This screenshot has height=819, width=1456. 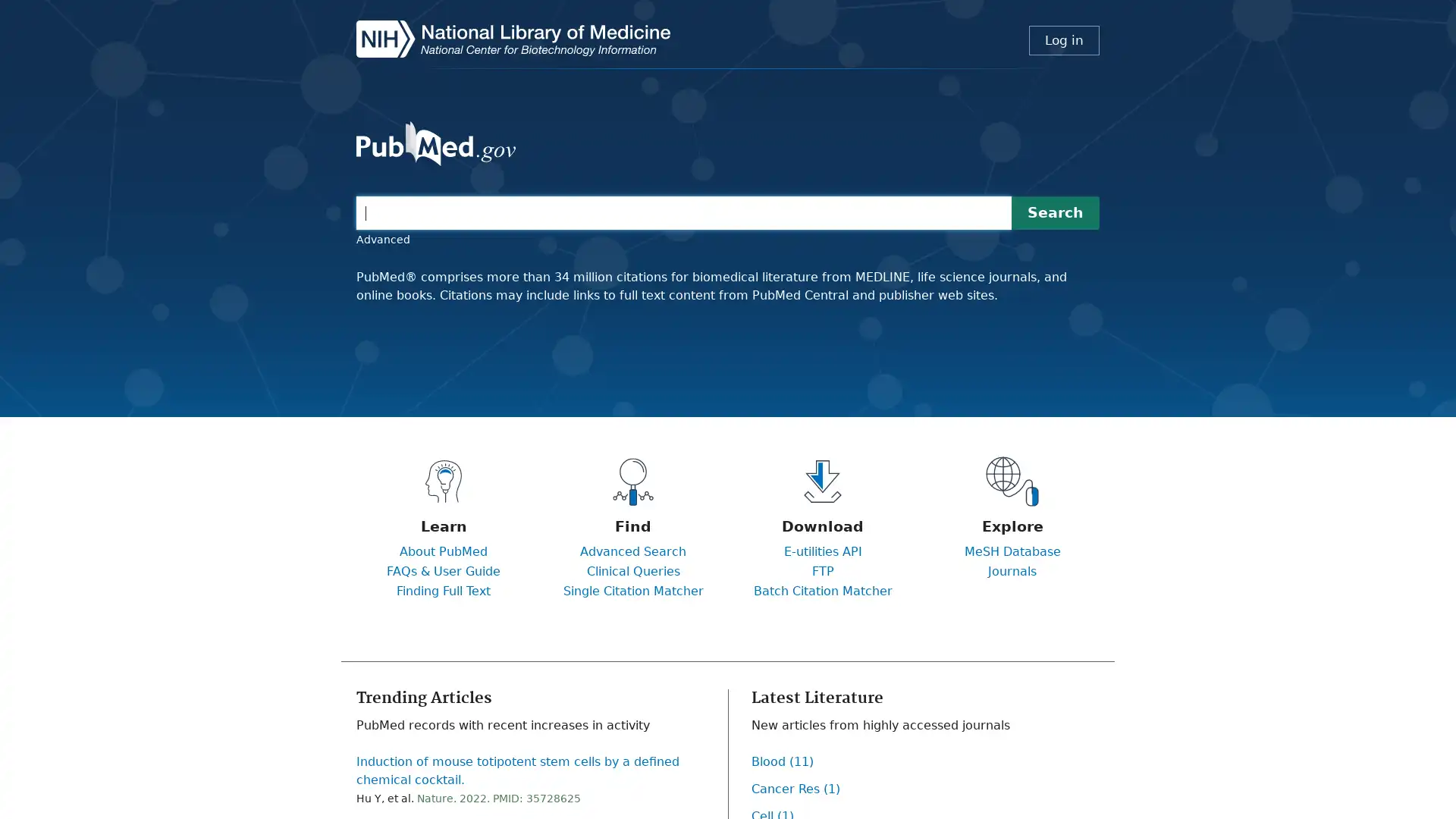 What do you see at coordinates (1055, 213) in the screenshot?
I see `Search` at bounding box center [1055, 213].